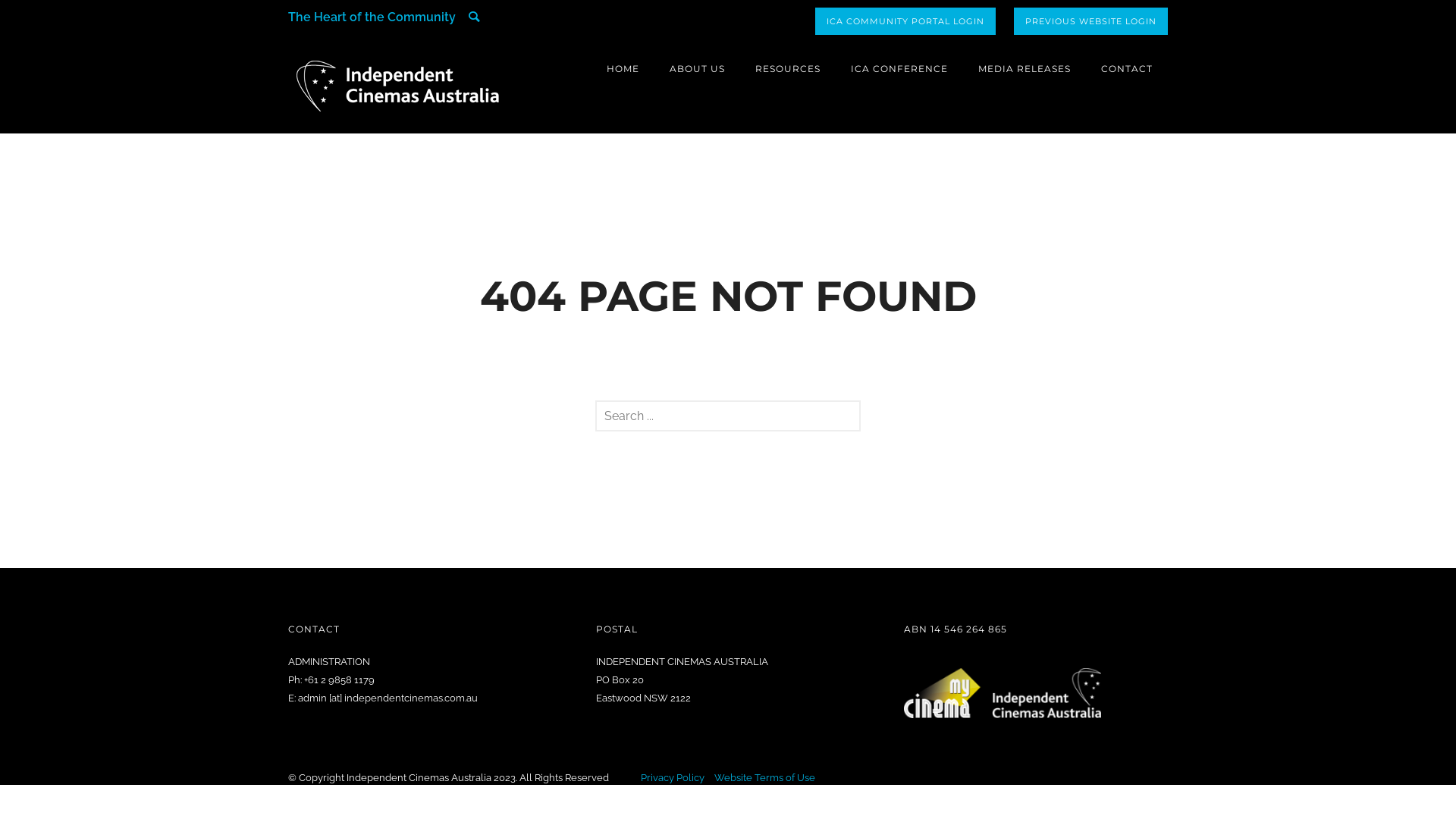  I want to click on 'RESOURCES', so click(787, 68).